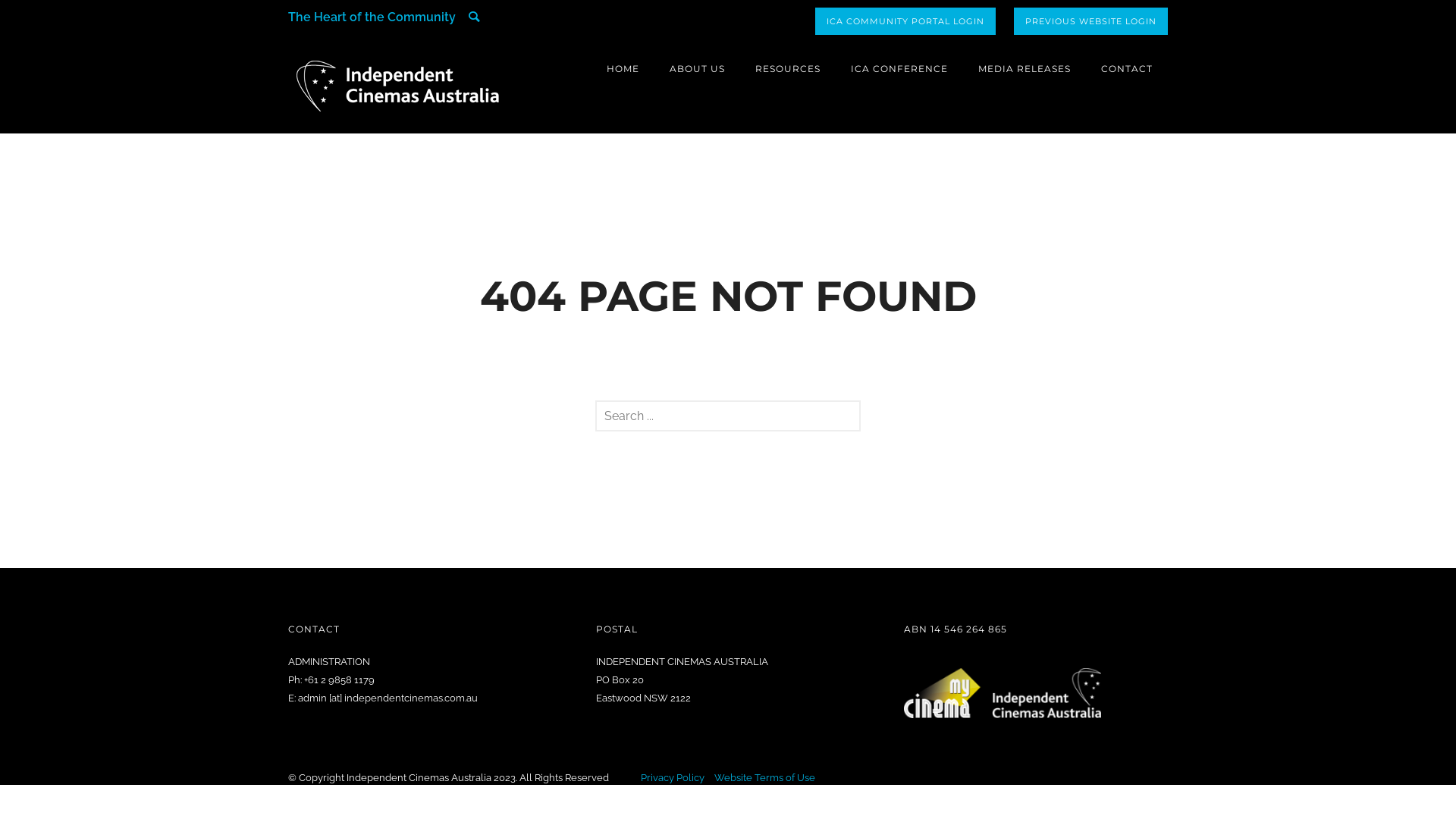  I want to click on 'RESOURCES', so click(787, 68).